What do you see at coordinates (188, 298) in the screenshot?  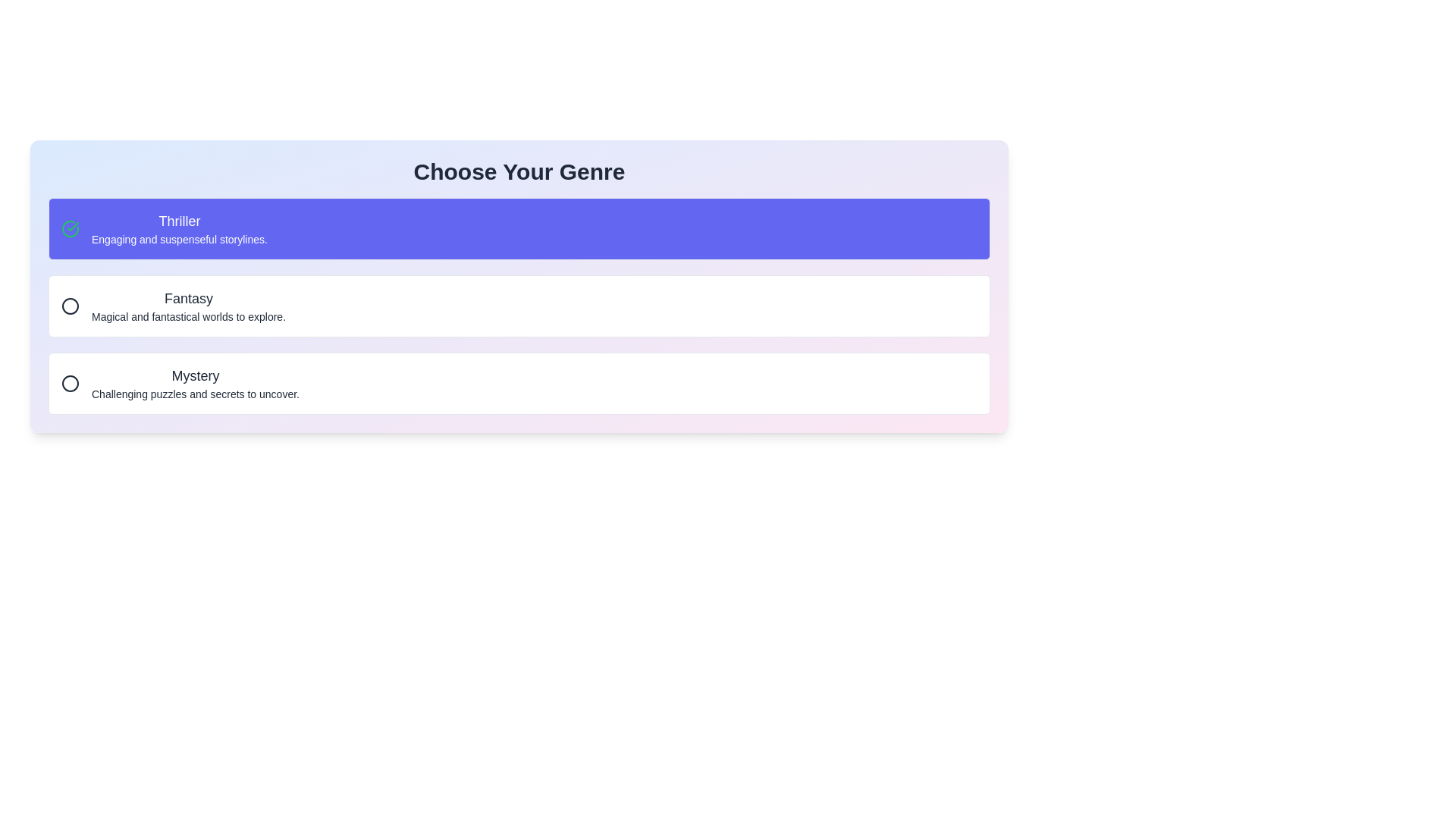 I see `the text label that serves as the title for the genre selection option located between the 'Thriller' and 'Mystery' choices in a multi-choice list` at bounding box center [188, 298].